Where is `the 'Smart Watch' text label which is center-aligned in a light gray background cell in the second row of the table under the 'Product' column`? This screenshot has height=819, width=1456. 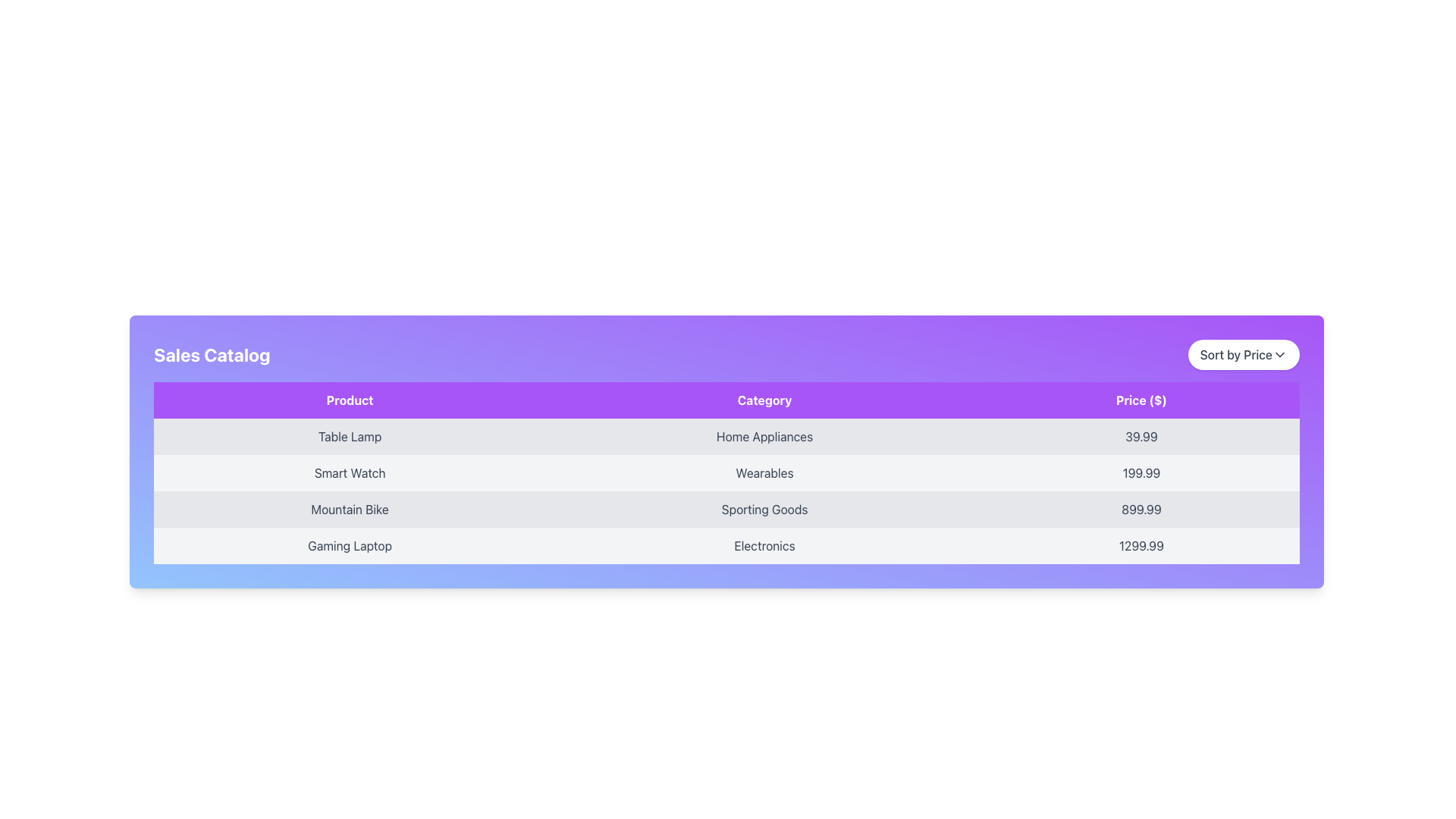
the 'Smart Watch' text label which is center-aligned in a light gray background cell in the second row of the table under the 'Product' column is located at coordinates (349, 472).